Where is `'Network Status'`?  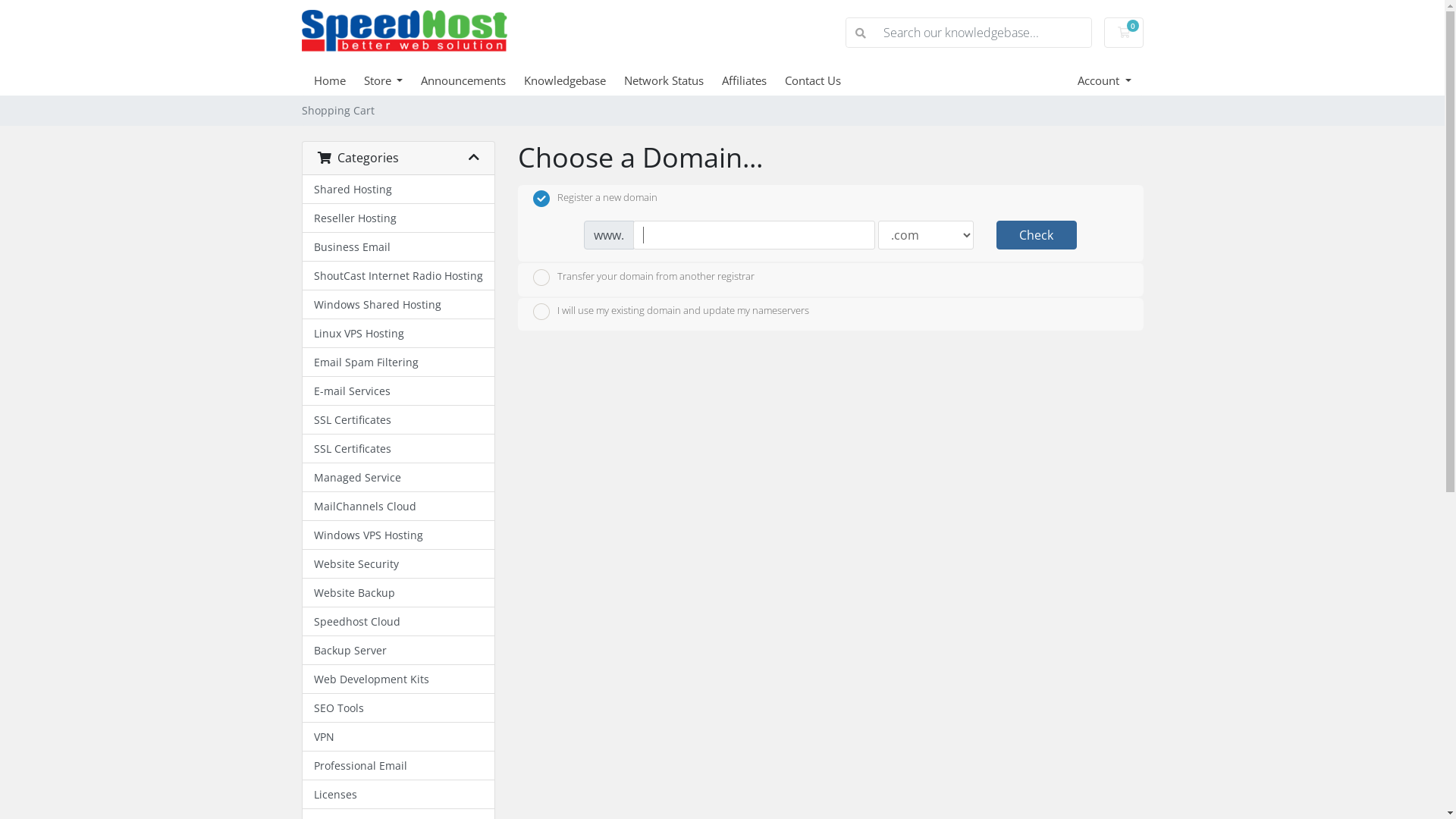
'Network Status' is located at coordinates (672, 80).